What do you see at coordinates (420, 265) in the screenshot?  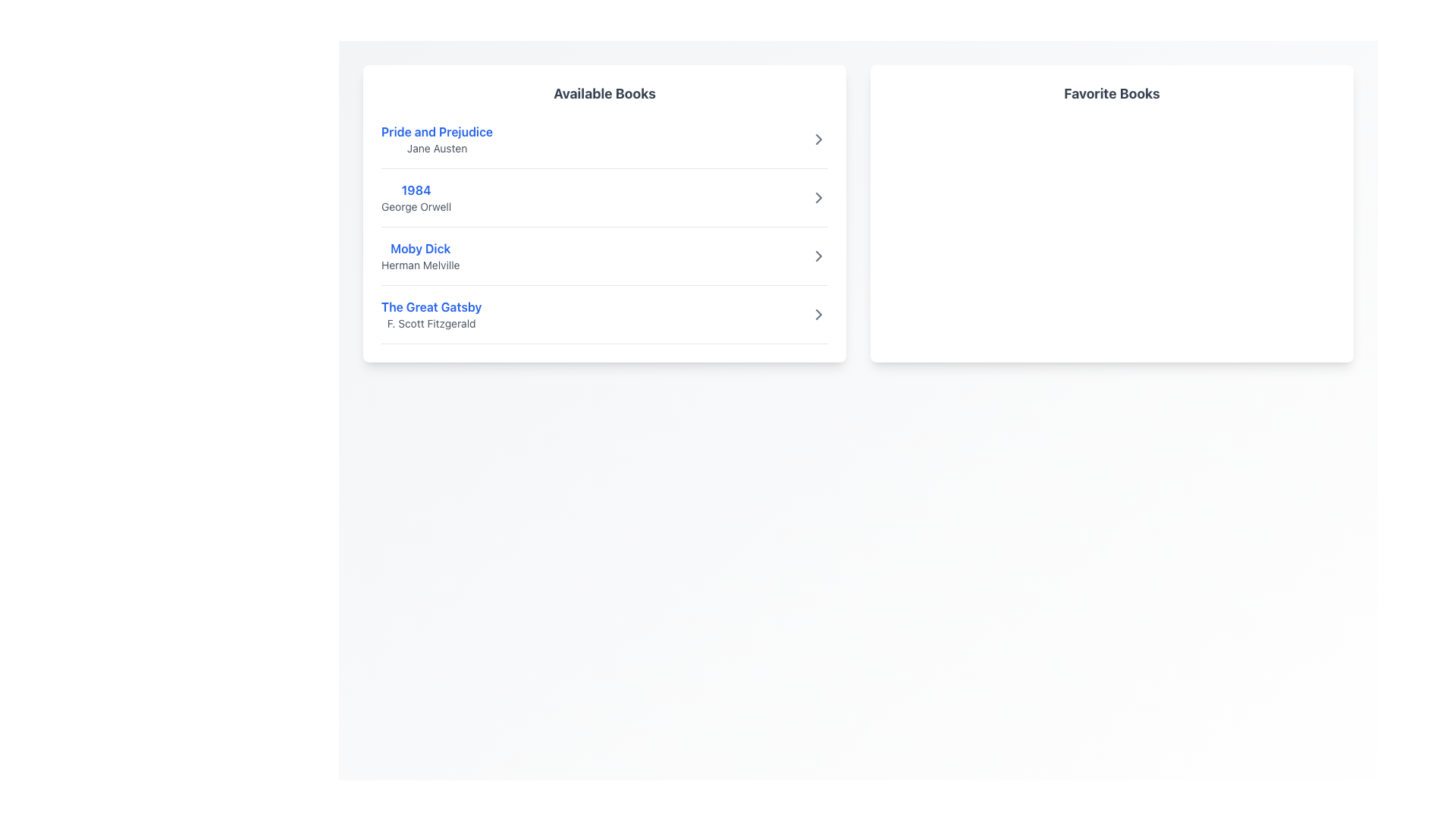 I see `the Text Label that identifies the author of the book listed beneath 'Moby Dick' in the left panel titled 'Available Books'` at bounding box center [420, 265].